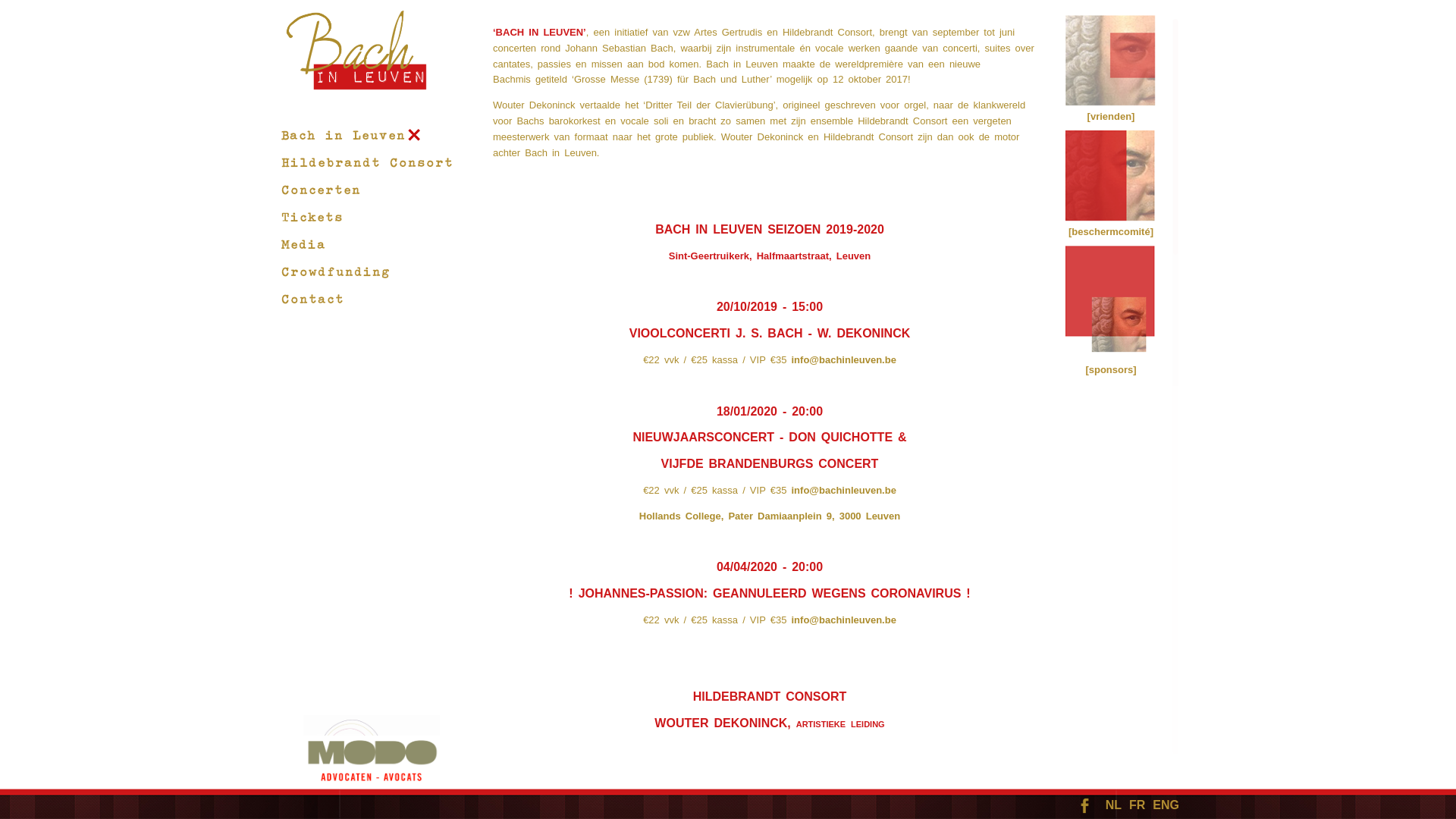 This screenshot has height=819, width=1456. I want to click on 'Hildebrandt Consort', so click(366, 162).